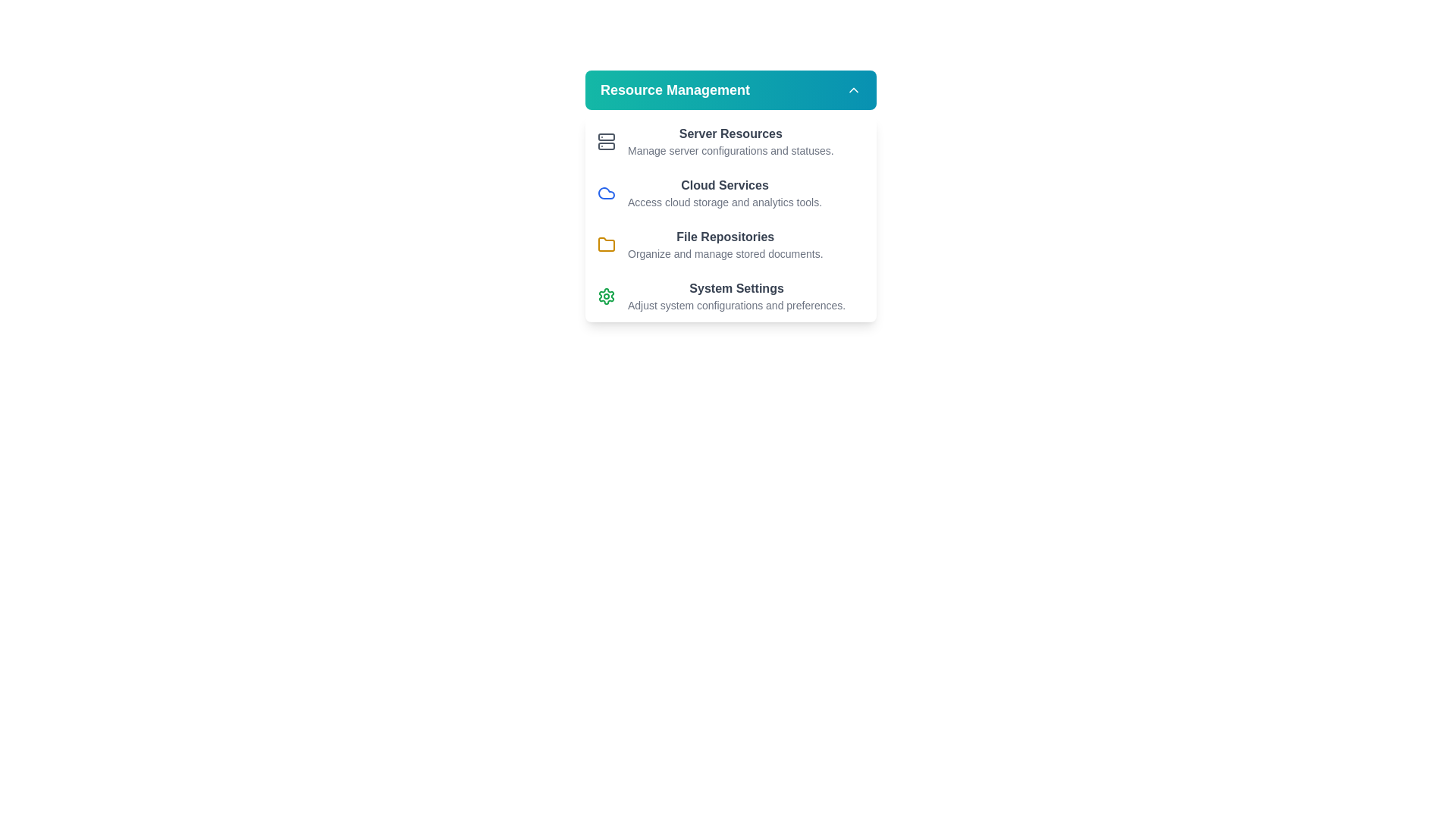  Describe the element at coordinates (607, 146) in the screenshot. I see `the middle decorative graphic bar in the server icon, which is located centrally on the interface near the 'Server Resources' text` at that location.